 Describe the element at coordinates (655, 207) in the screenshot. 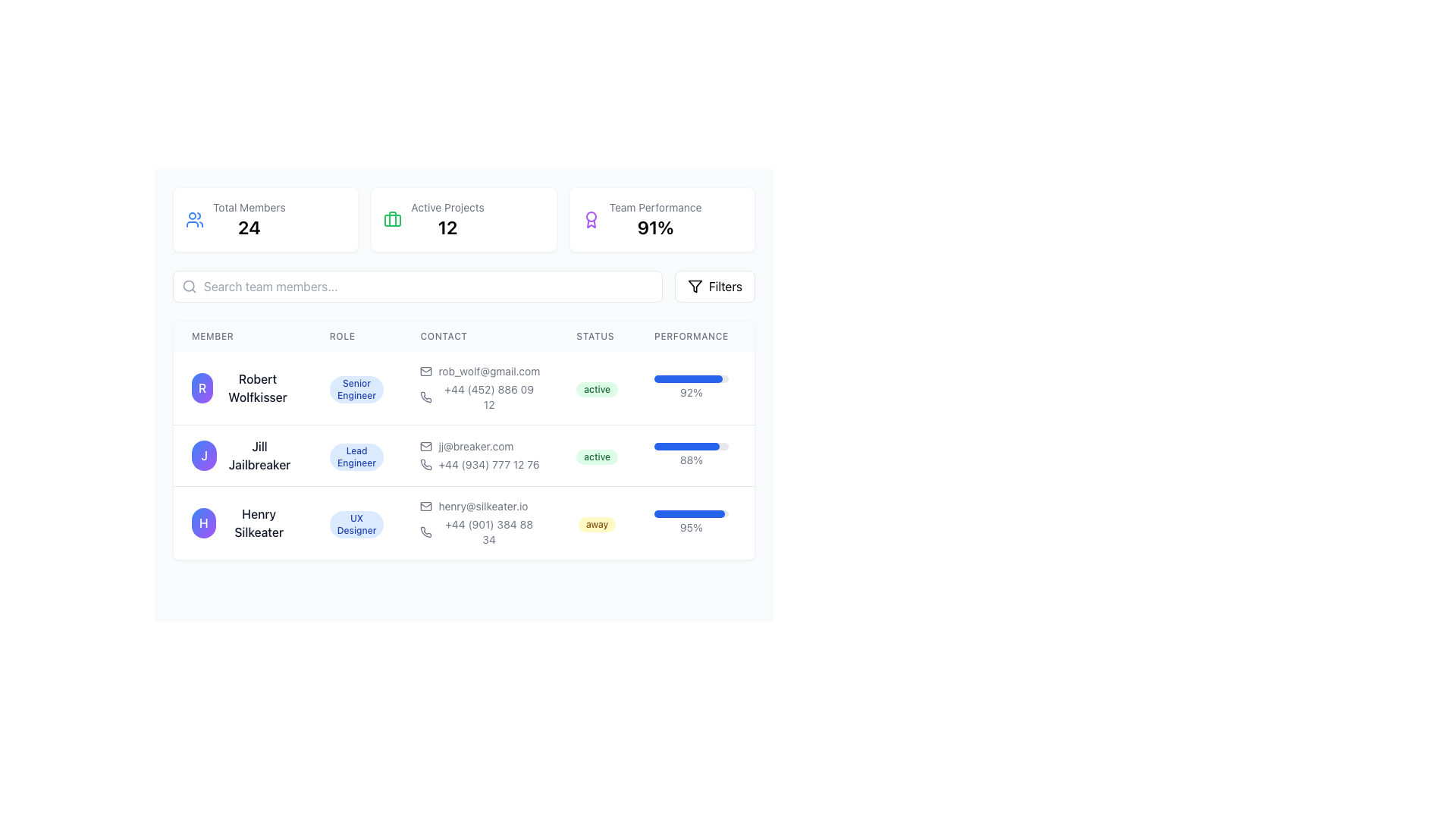

I see `the Text Label that describes the performance percentage displayed below it, located above '91%' in the top-right section of the interface` at that location.